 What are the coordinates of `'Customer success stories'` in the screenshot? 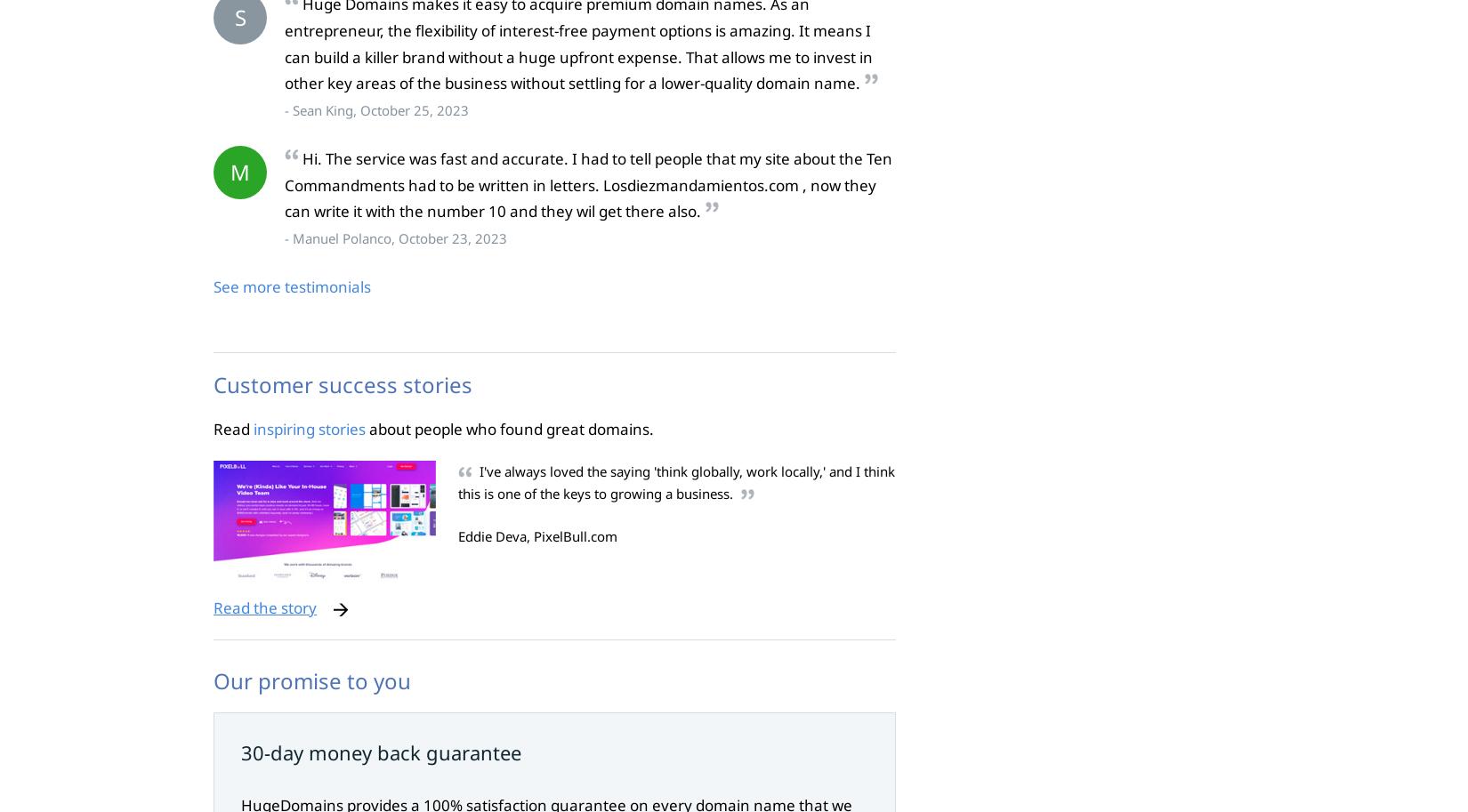 It's located at (343, 384).